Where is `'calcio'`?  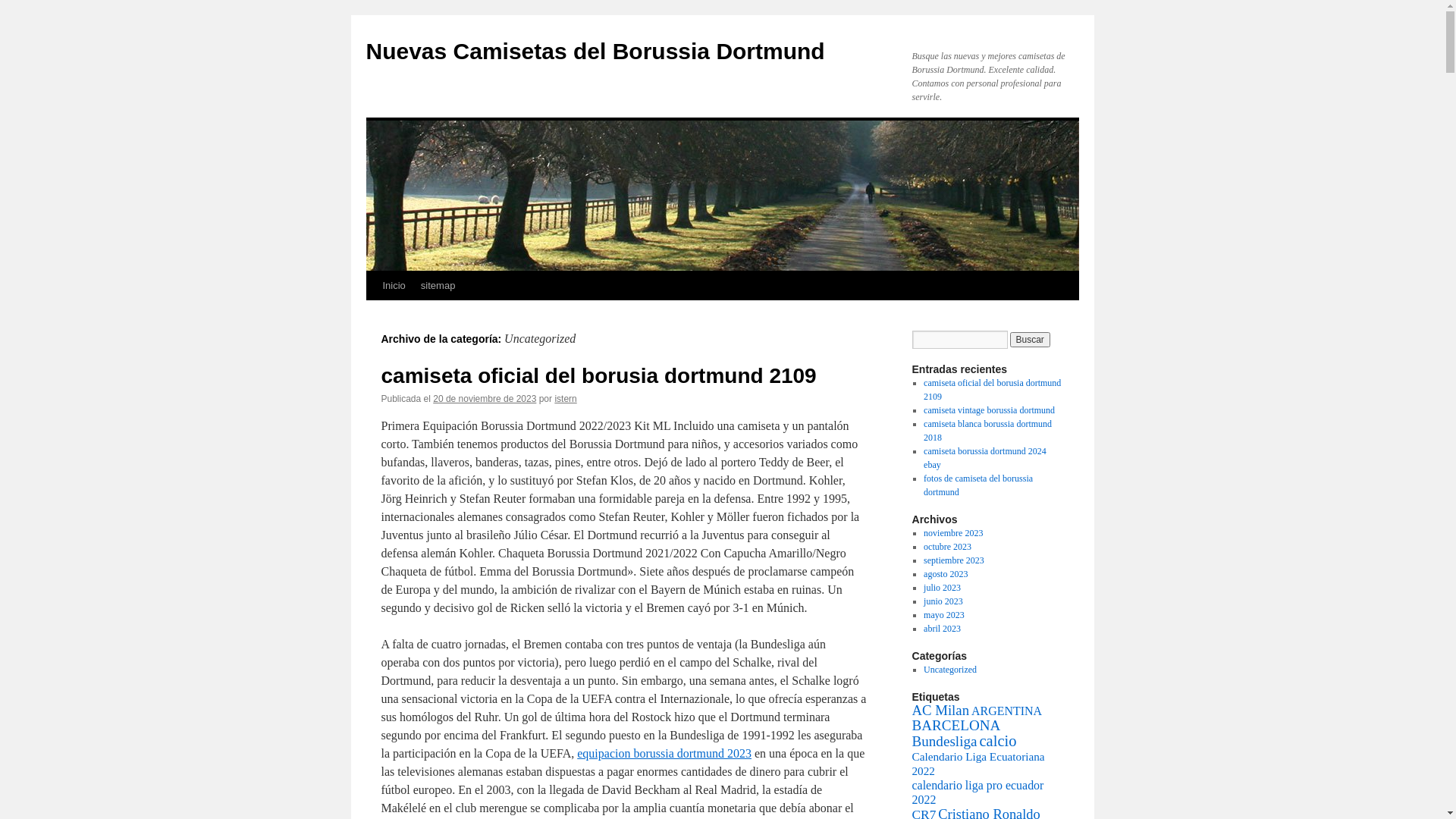 'calcio' is located at coordinates (997, 739).